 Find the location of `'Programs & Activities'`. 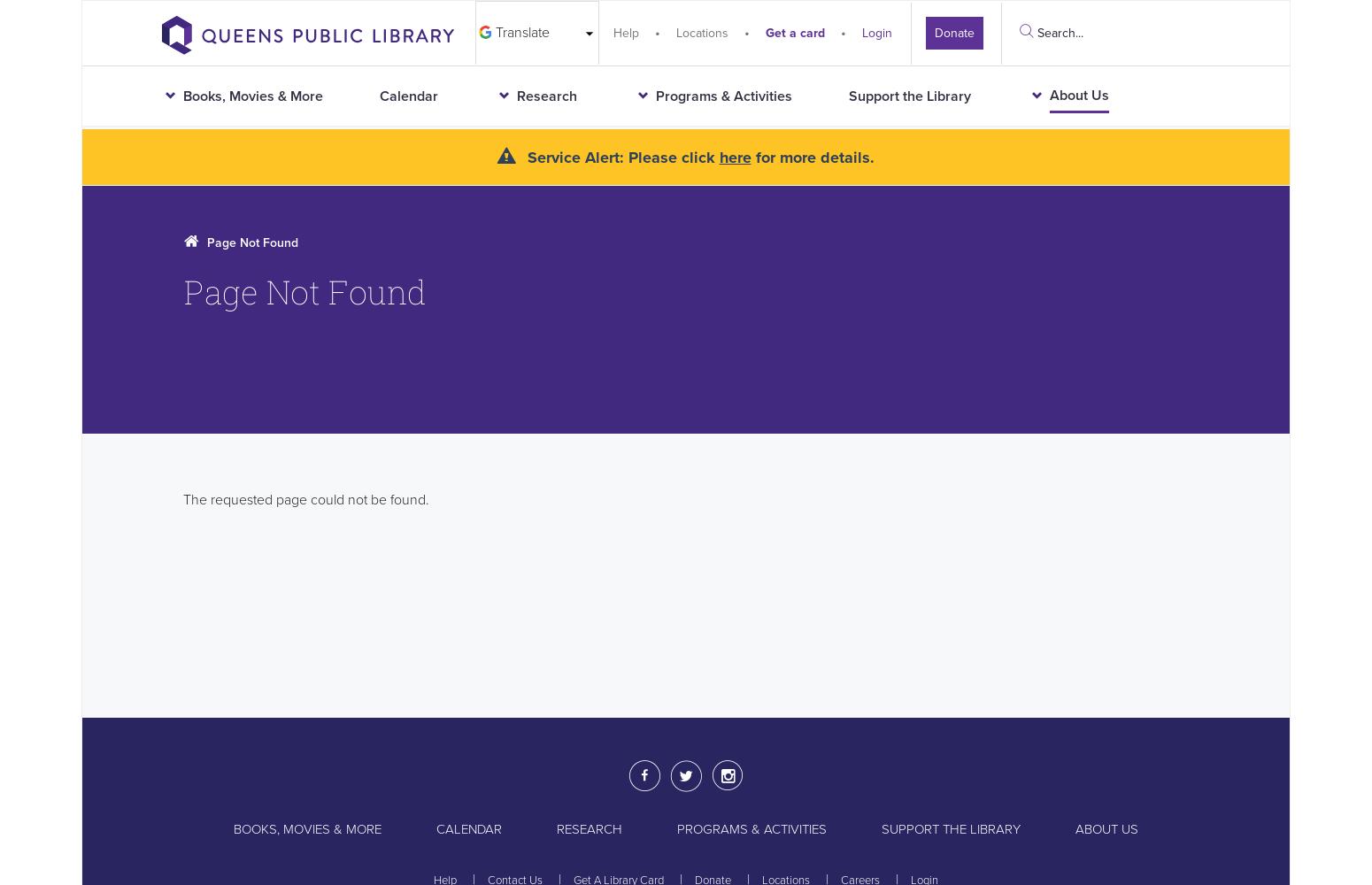

'Programs & Activities' is located at coordinates (751, 828).